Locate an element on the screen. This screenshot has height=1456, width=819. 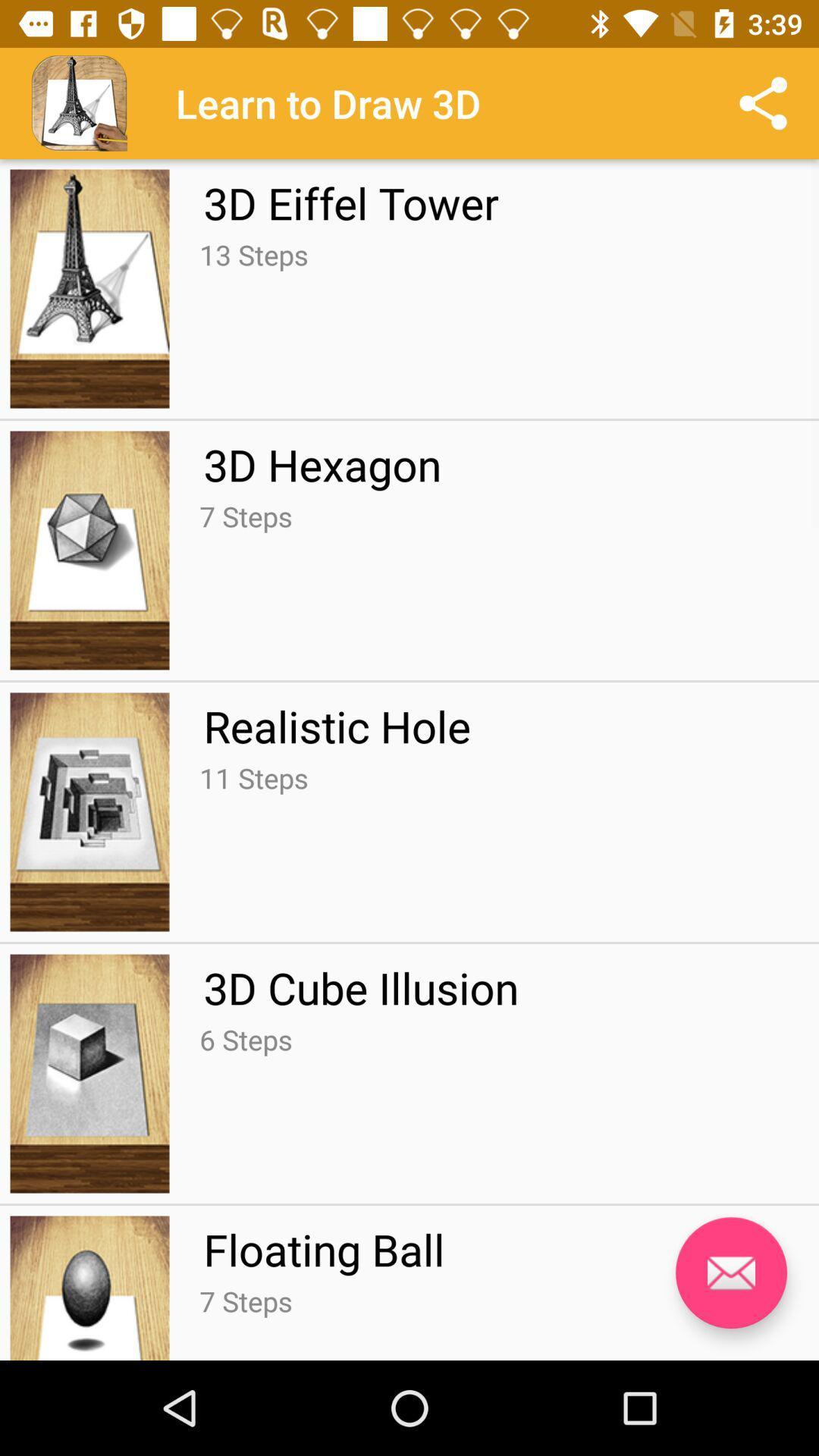
the app below the 3d eiffel tower icon is located at coordinates (253, 255).